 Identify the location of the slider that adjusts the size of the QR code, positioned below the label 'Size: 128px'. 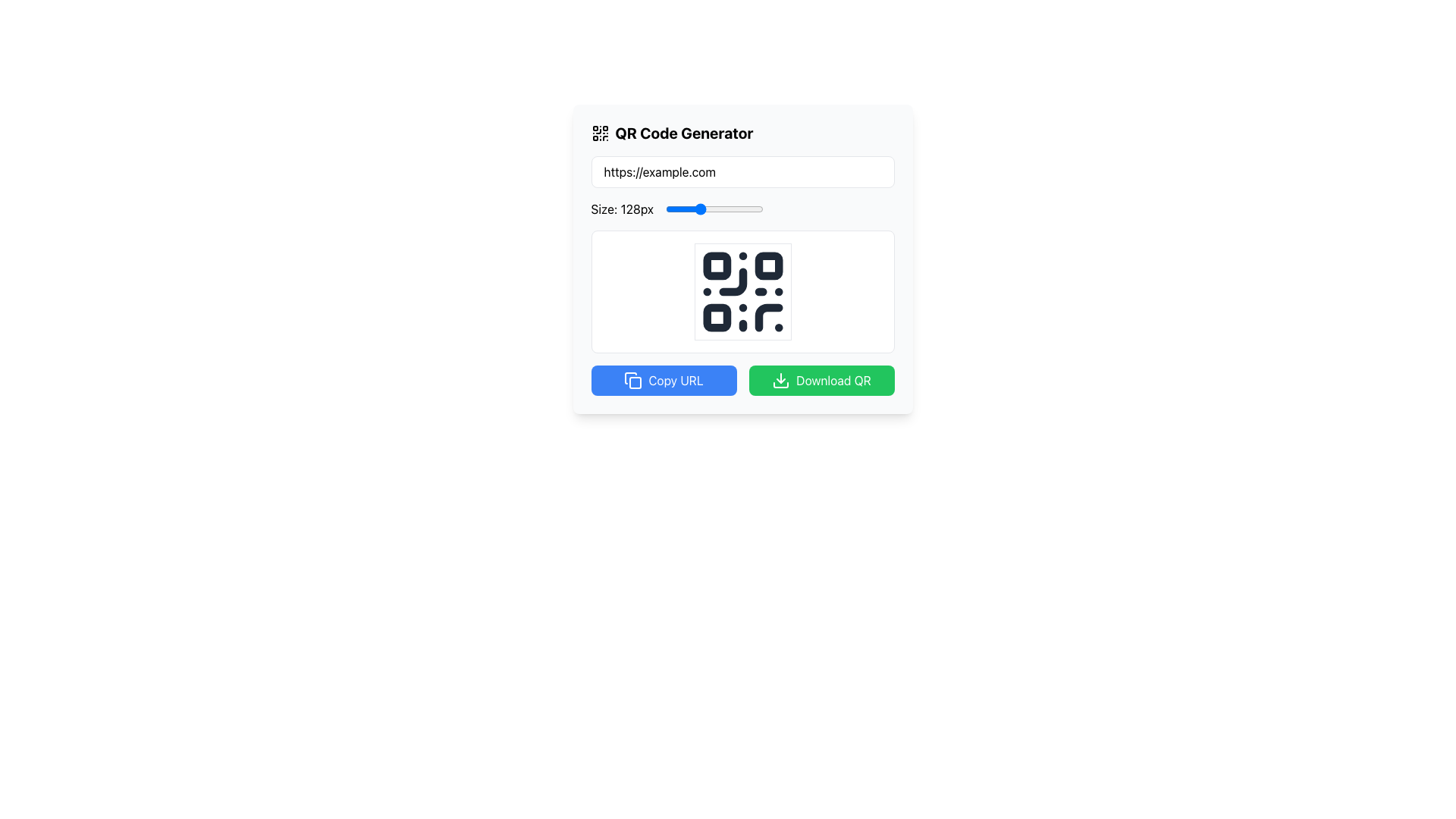
(714, 209).